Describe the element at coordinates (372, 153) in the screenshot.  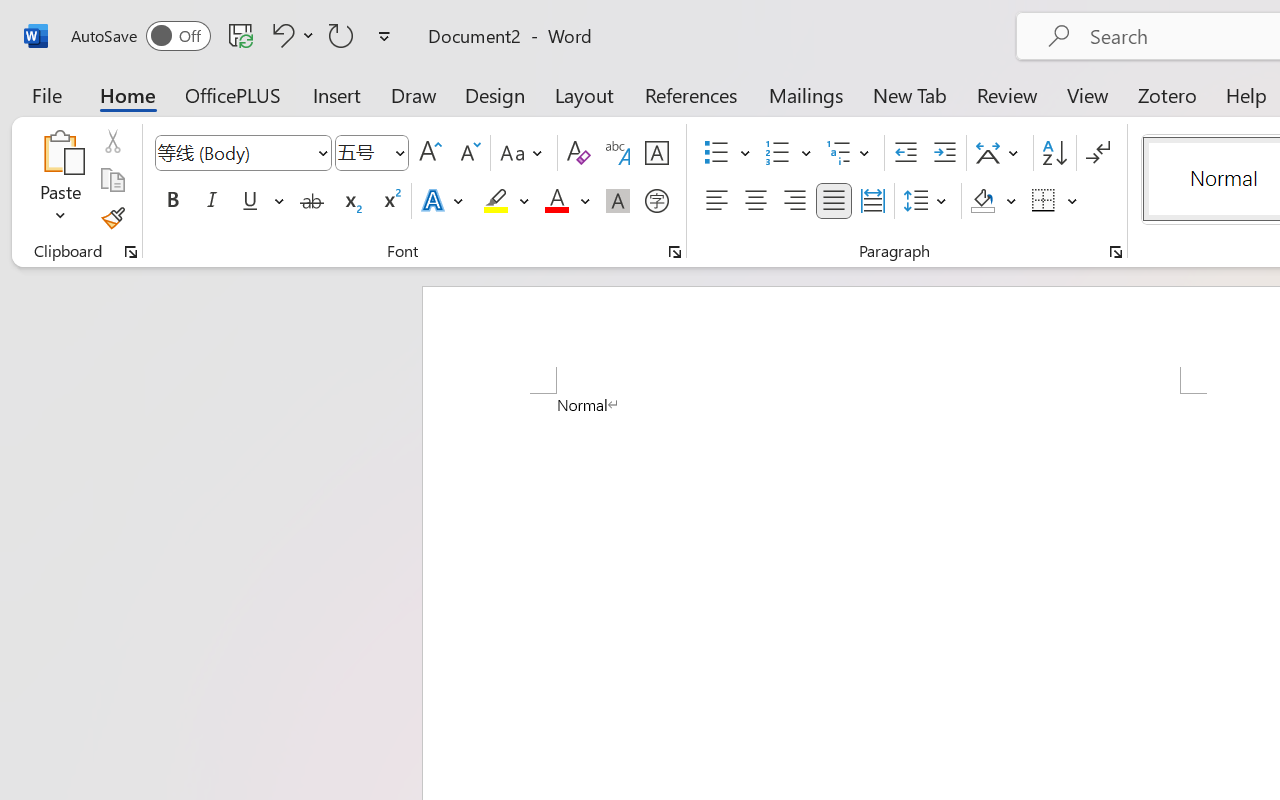
I see `'Font Size'` at that location.